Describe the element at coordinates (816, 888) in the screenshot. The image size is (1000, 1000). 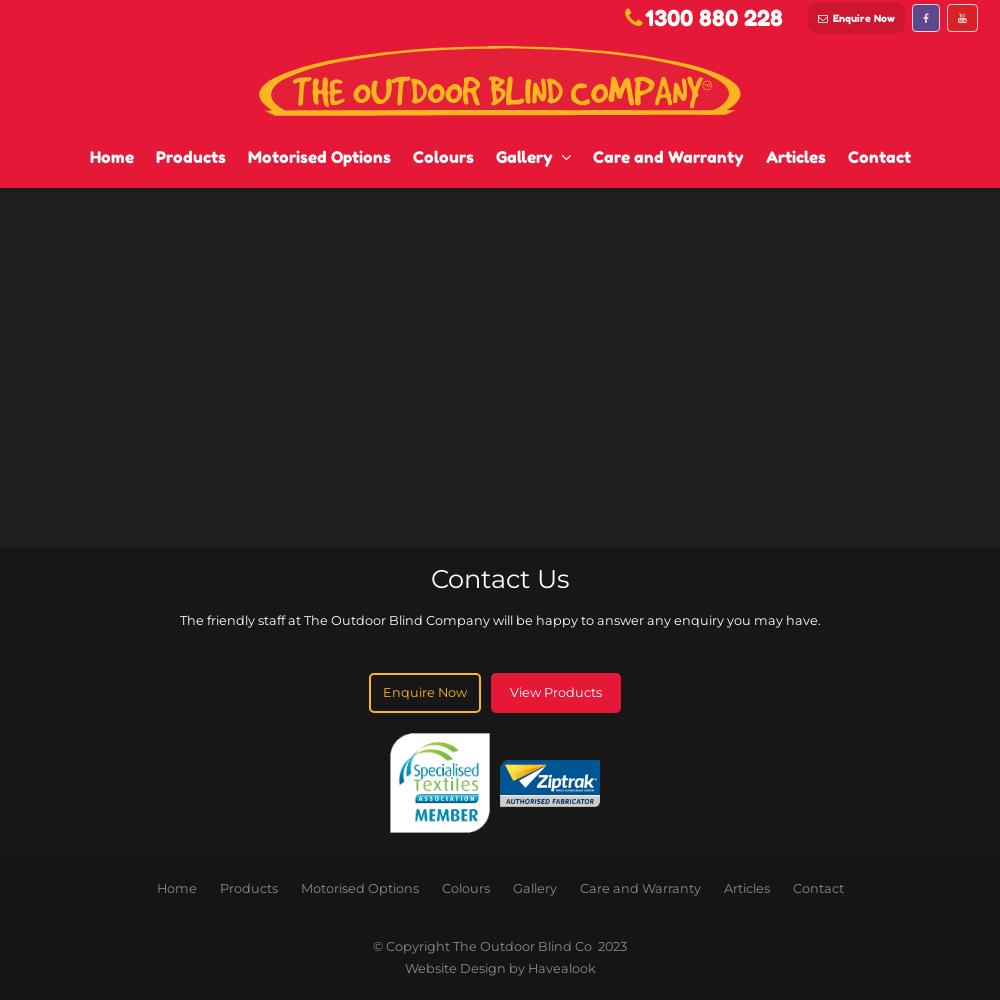
I see `'Contact'` at that location.